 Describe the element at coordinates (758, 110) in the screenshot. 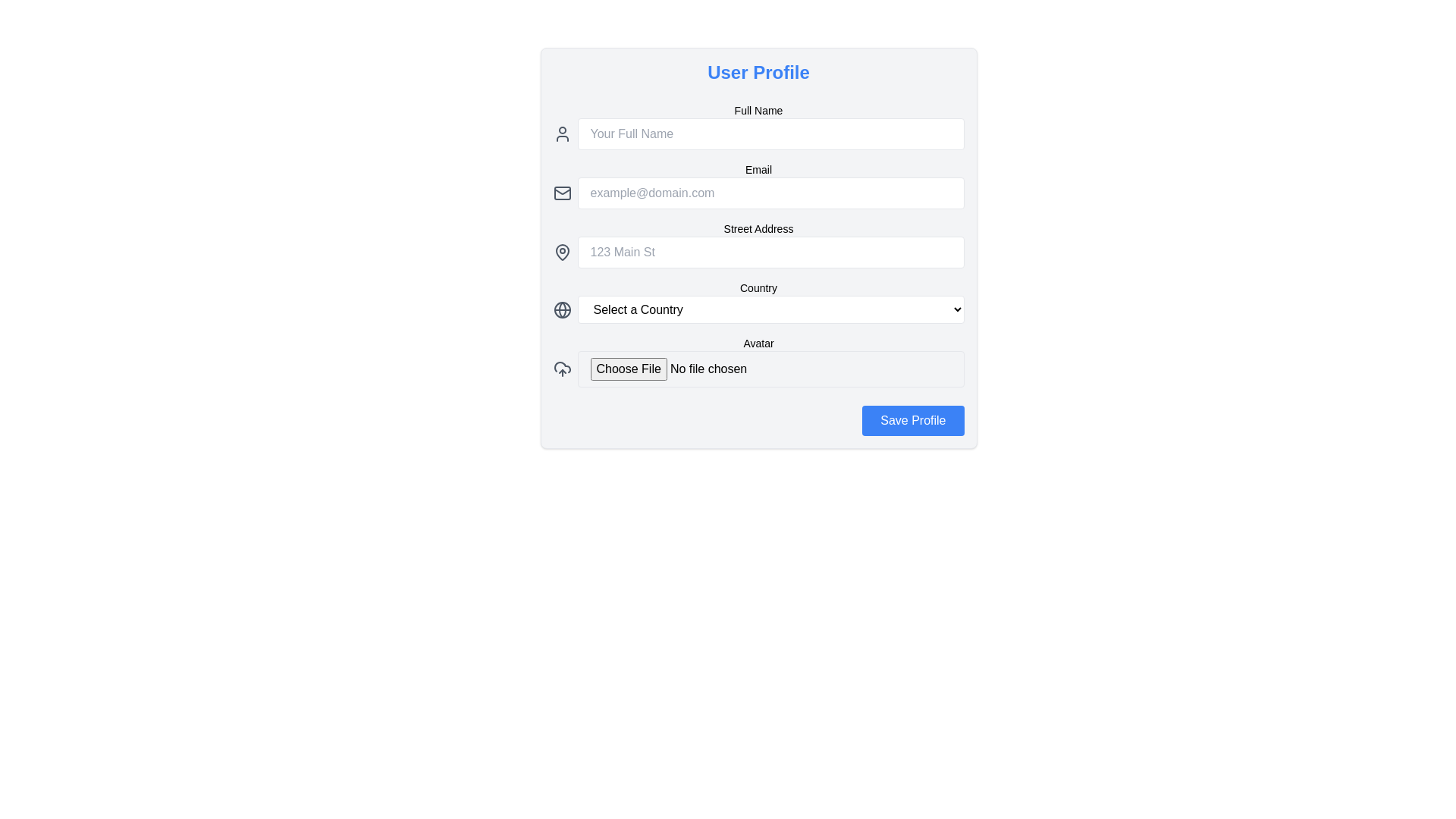

I see `the 'Full Name' text label, which is a medium-weight, small-sized sans-serif font positioned above the input field for entering the user's full name in the top-left region of the form` at that location.